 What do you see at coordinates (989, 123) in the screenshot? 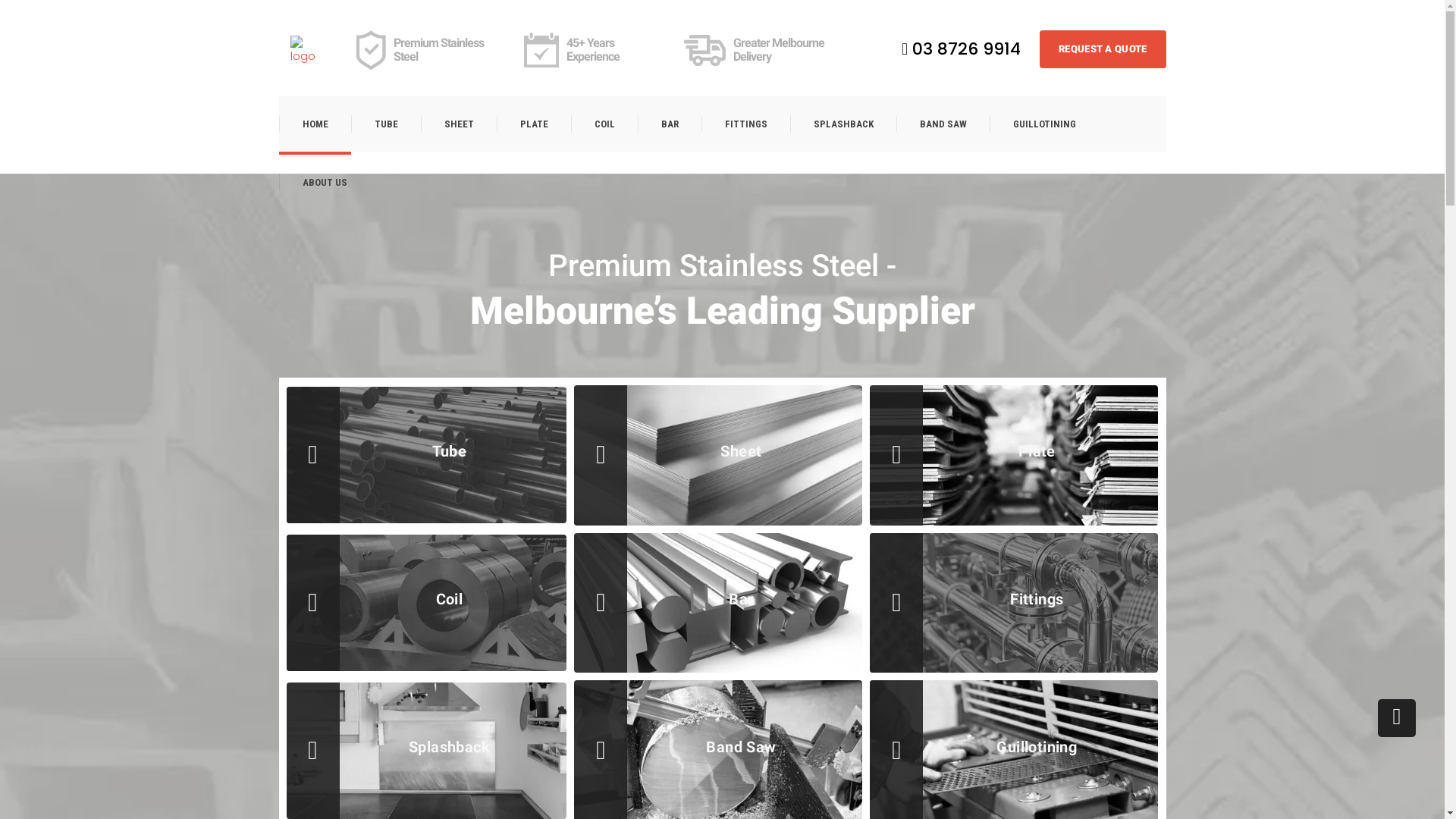
I see `'GUILLOTINING'` at bounding box center [989, 123].